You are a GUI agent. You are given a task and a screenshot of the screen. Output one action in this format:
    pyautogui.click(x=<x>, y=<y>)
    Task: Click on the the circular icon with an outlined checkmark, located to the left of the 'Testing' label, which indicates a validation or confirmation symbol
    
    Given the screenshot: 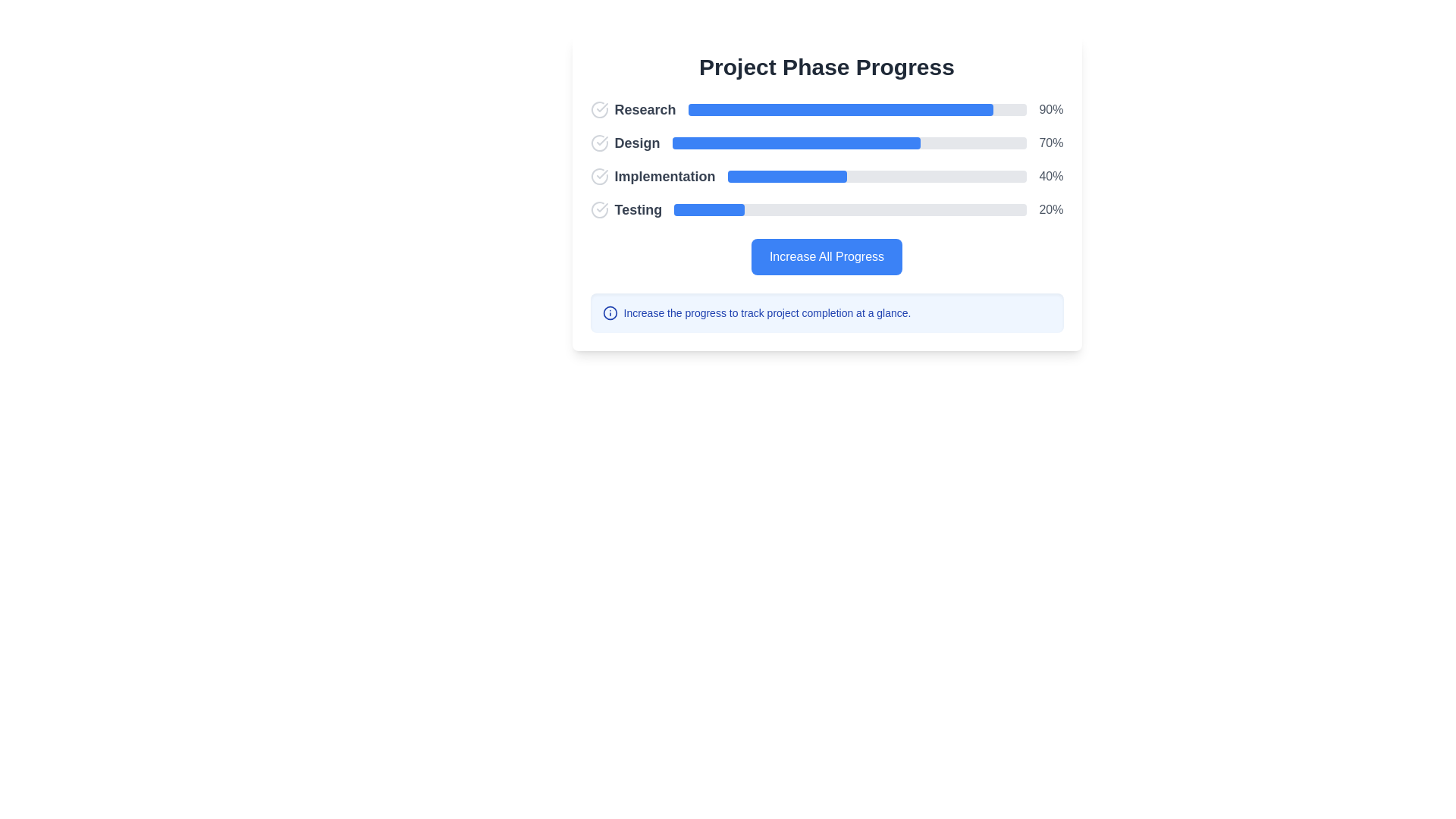 What is the action you would take?
    pyautogui.click(x=598, y=210)
    